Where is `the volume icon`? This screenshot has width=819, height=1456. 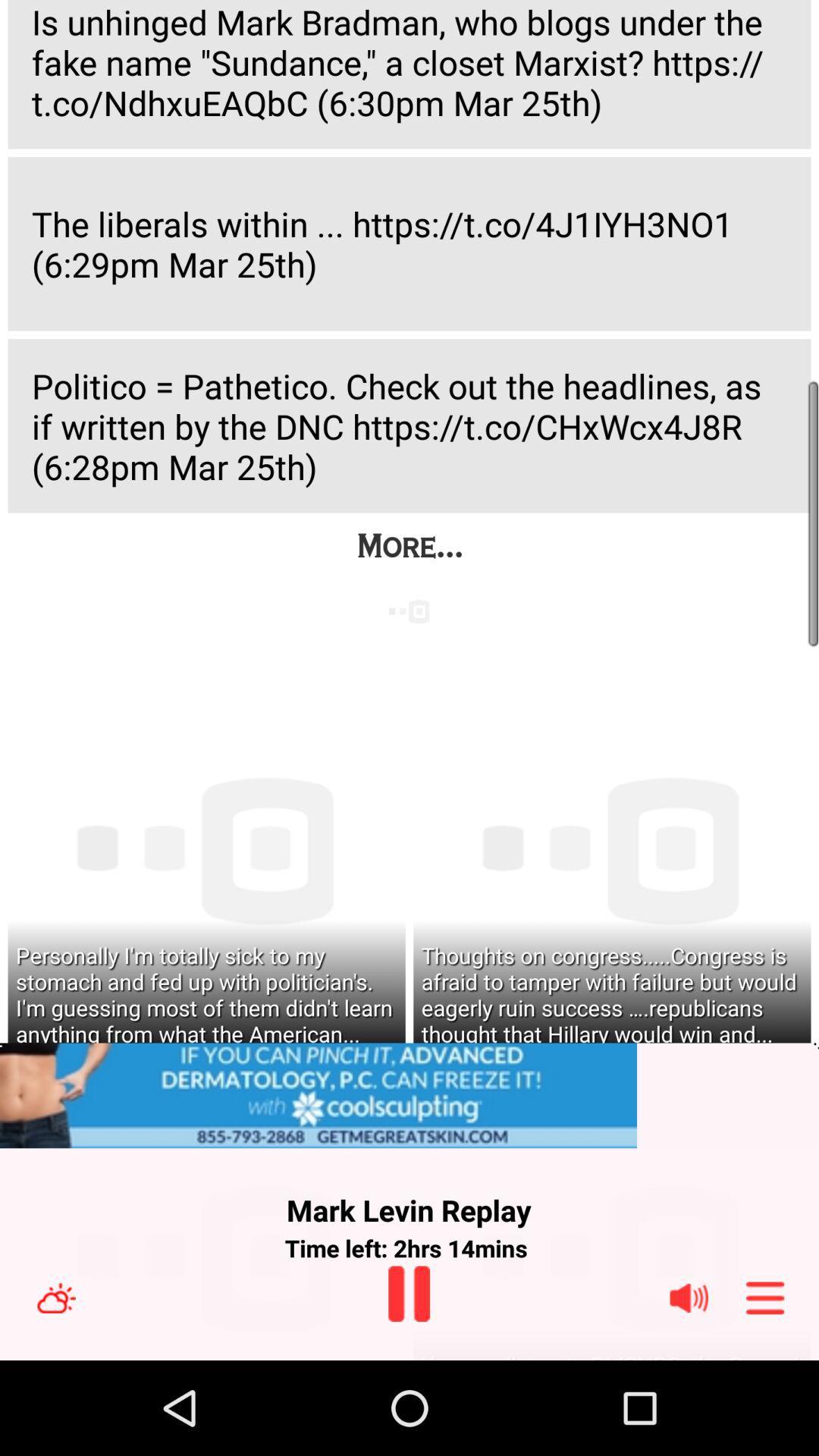
the volume icon is located at coordinates (689, 1389).